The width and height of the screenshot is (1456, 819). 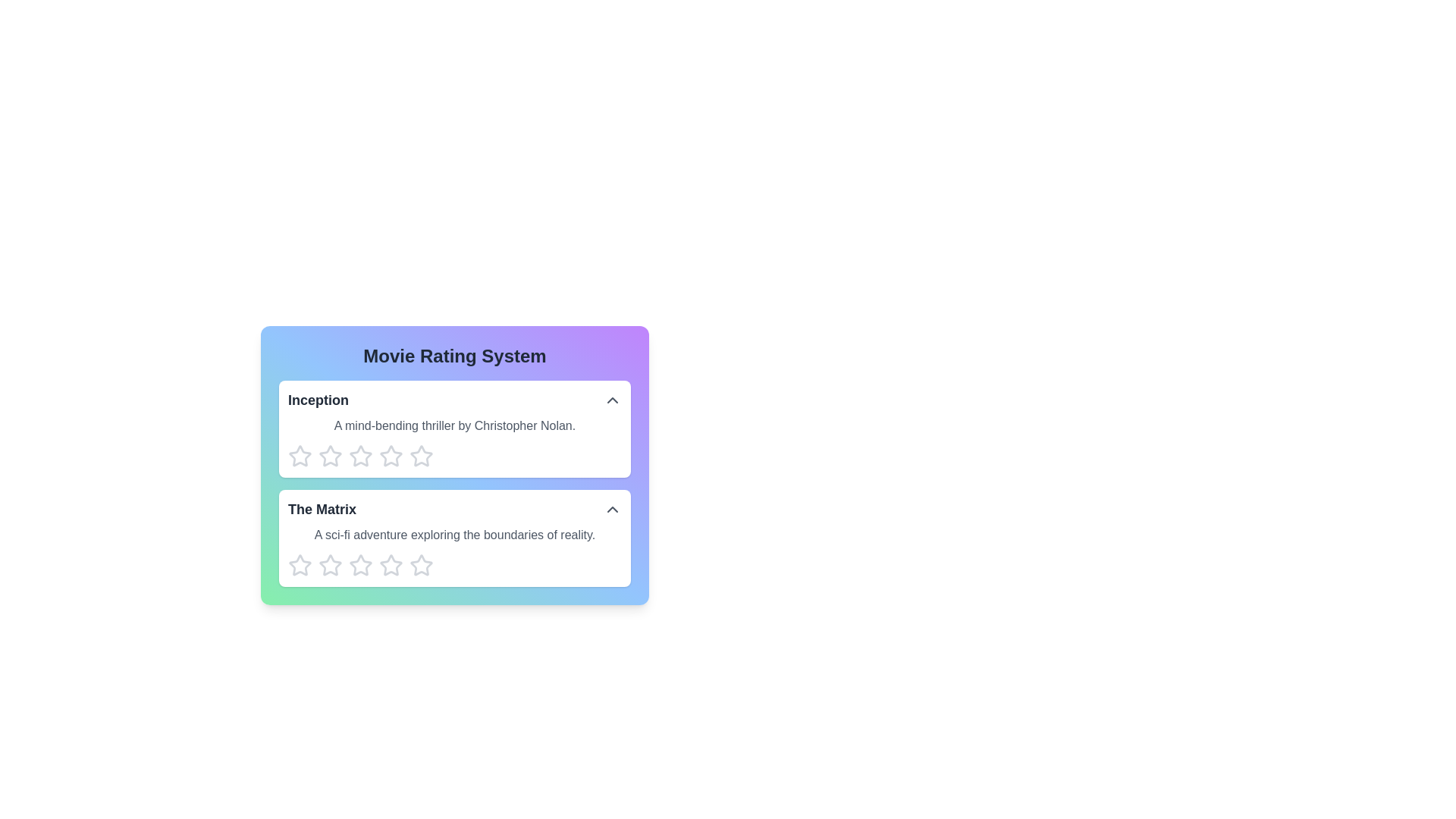 What do you see at coordinates (359, 455) in the screenshot?
I see `the fourth interactive rating star icon to rate the movie 'Inception'` at bounding box center [359, 455].